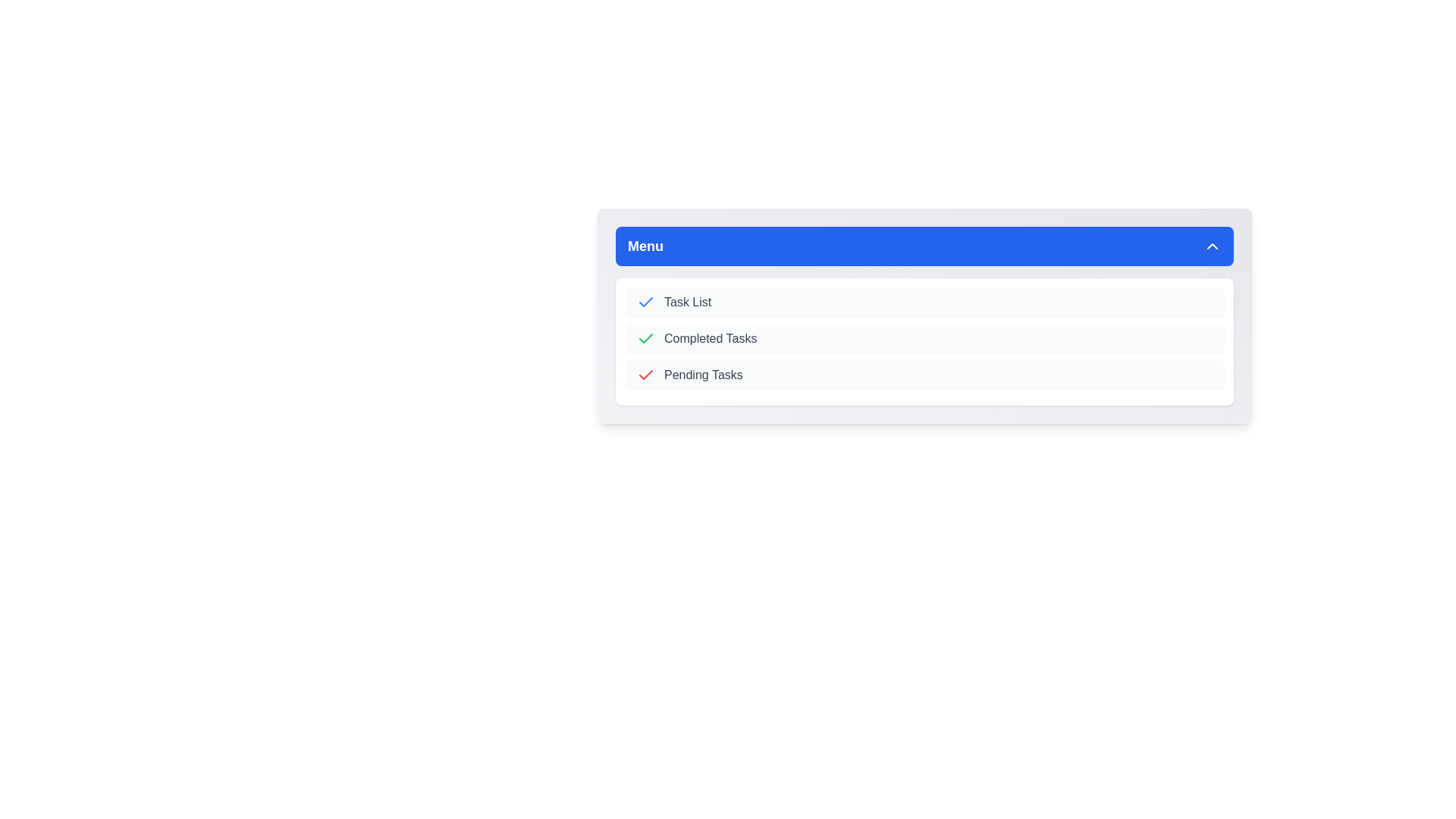 The width and height of the screenshot is (1456, 819). I want to click on the green checkmark icon located to the left of the 'Completed Tasks' label in the menu list, so click(645, 338).